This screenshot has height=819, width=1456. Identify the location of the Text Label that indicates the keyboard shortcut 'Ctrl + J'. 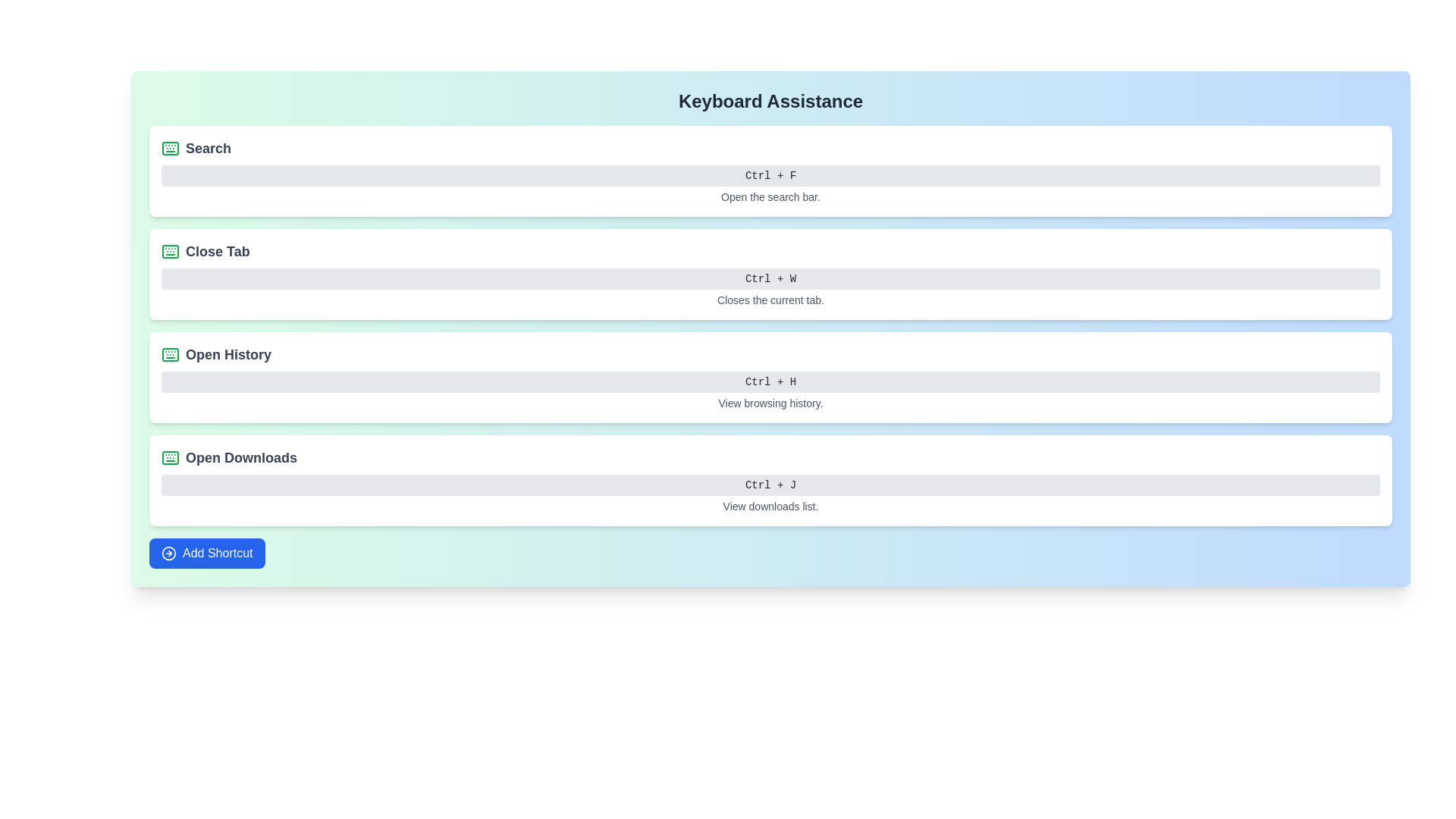
(770, 485).